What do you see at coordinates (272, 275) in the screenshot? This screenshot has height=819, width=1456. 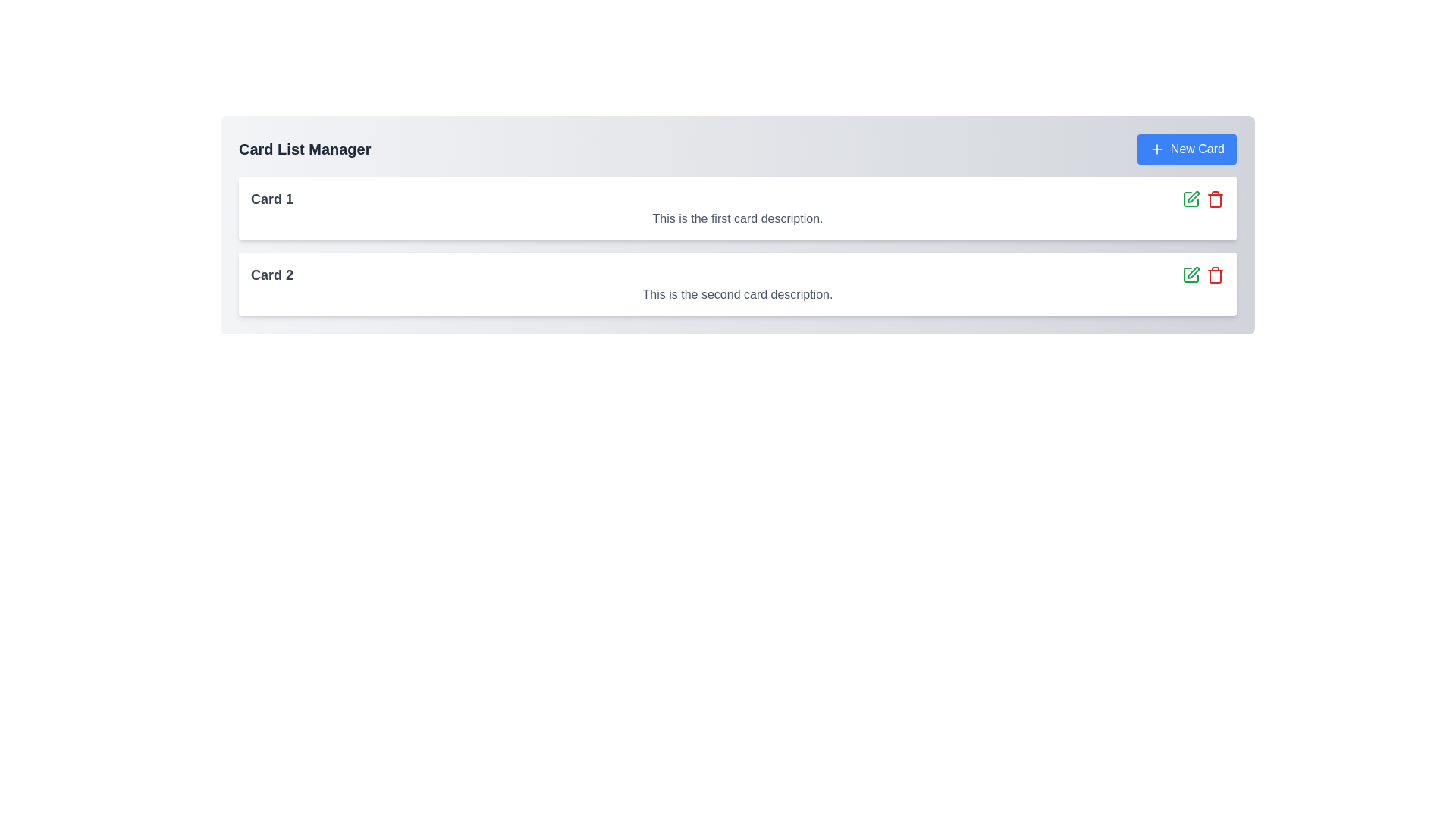 I see `text of the 'Card 2' label, which is a bold, large dark gray text on a white background, located in the second card entry from the top` at bounding box center [272, 275].